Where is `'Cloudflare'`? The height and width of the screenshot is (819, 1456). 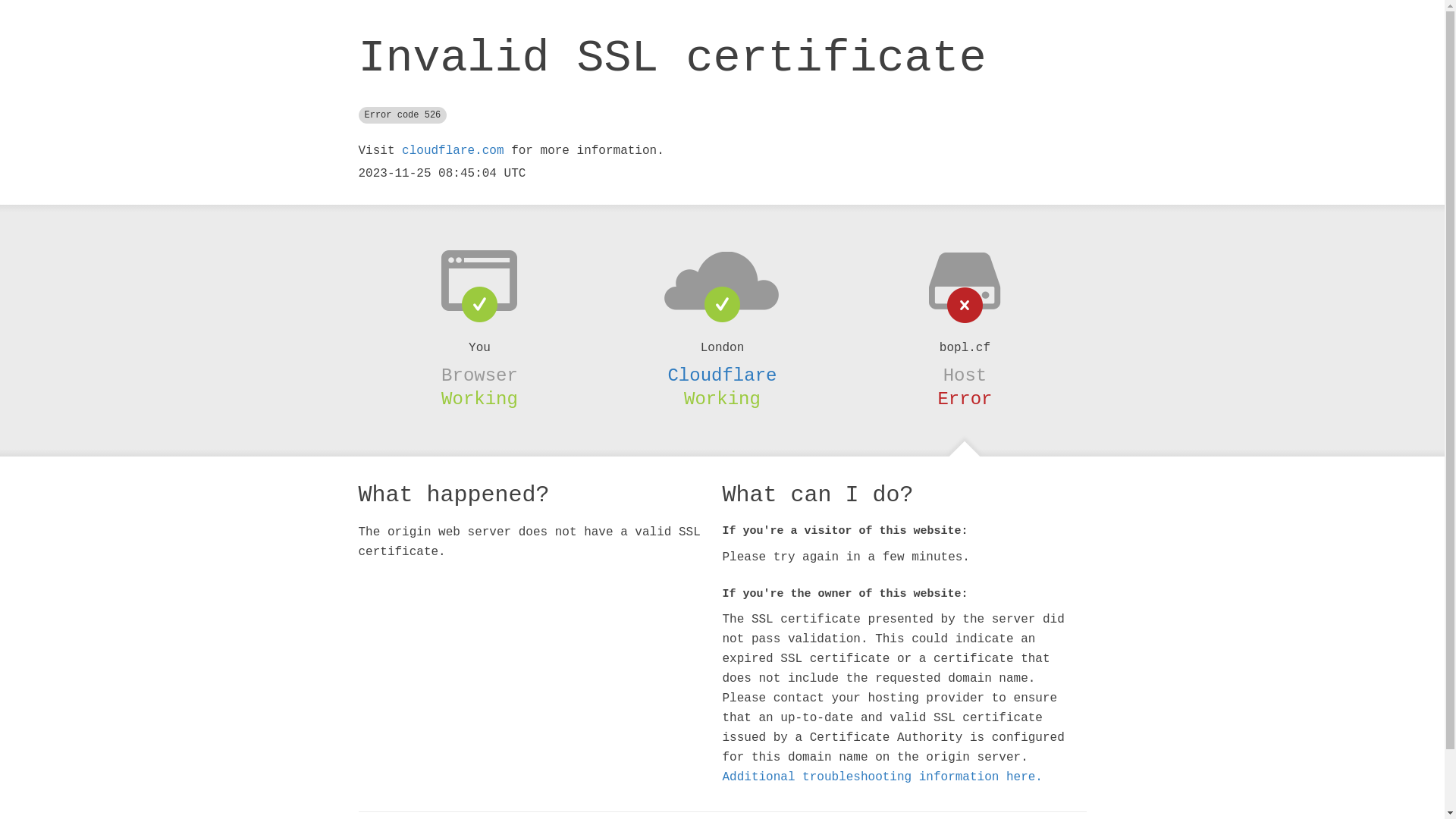 'Cloudflare' is located at coordinates (720, 375).